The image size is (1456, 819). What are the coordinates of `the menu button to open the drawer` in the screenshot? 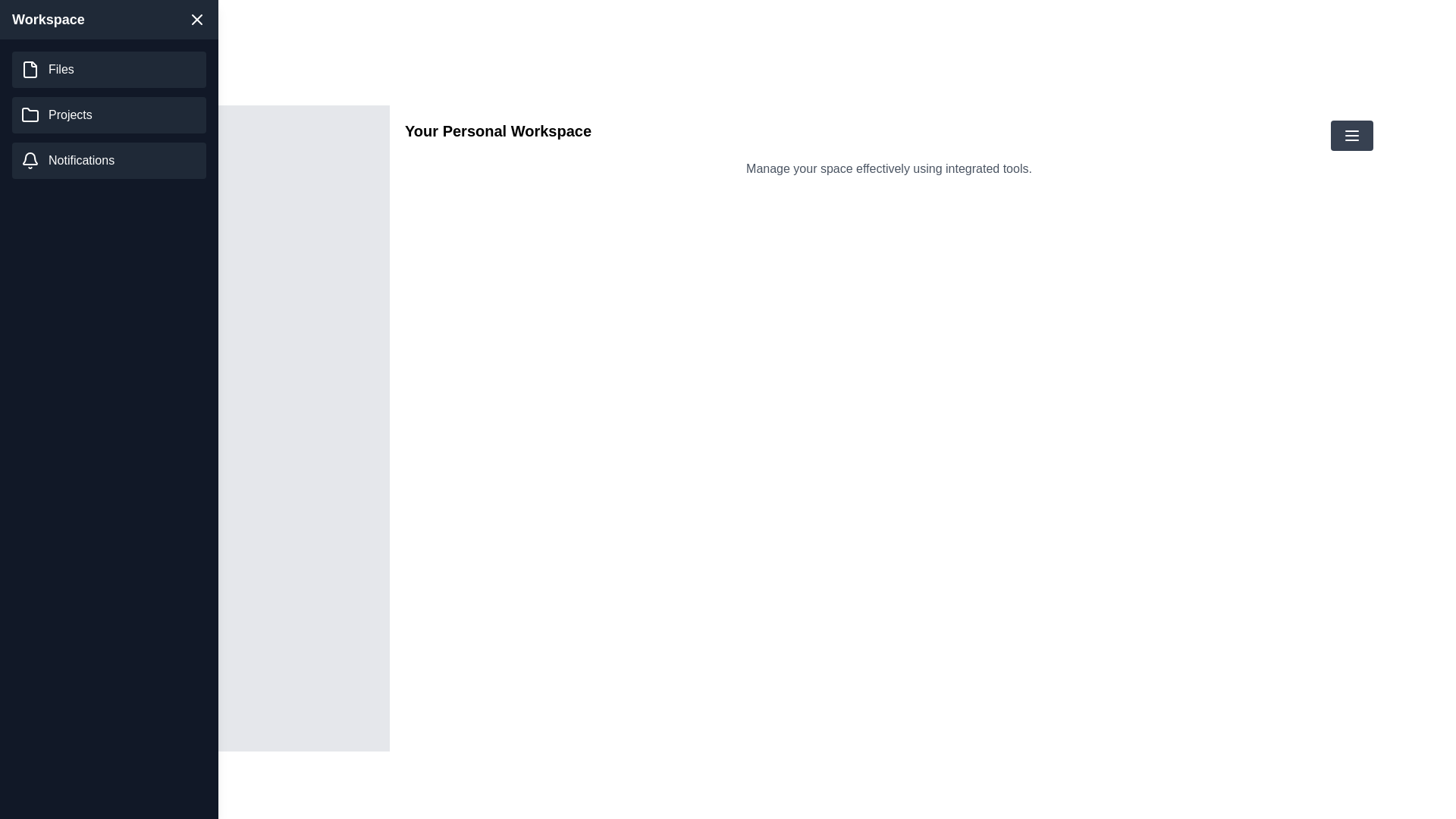 It's located at (1351, 134).